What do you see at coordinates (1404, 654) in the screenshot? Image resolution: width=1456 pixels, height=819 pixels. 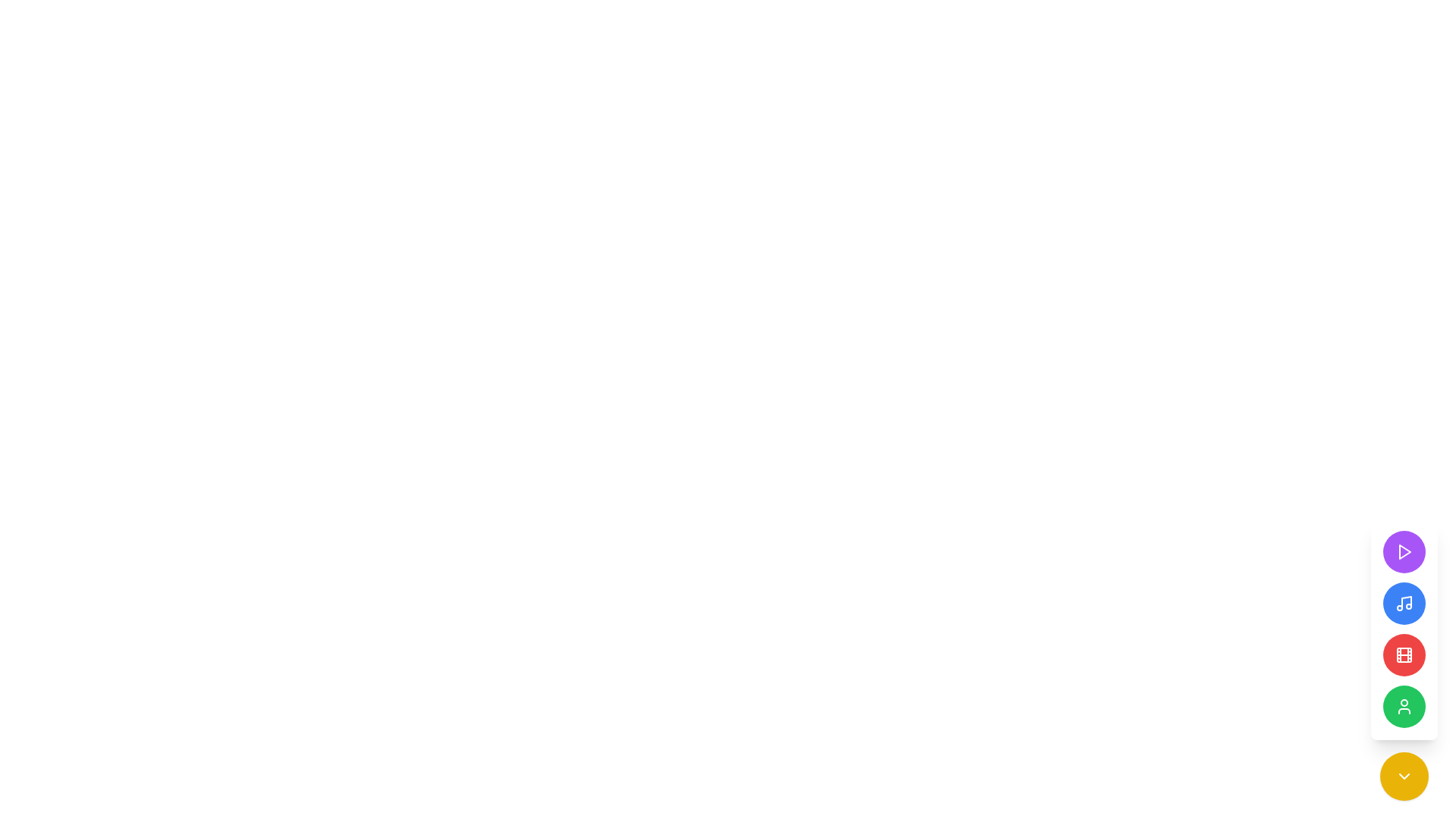 I see `the third button in the vertical stack of circular buttons, which has a film-reel icon` at bounding box center [1404, 654].